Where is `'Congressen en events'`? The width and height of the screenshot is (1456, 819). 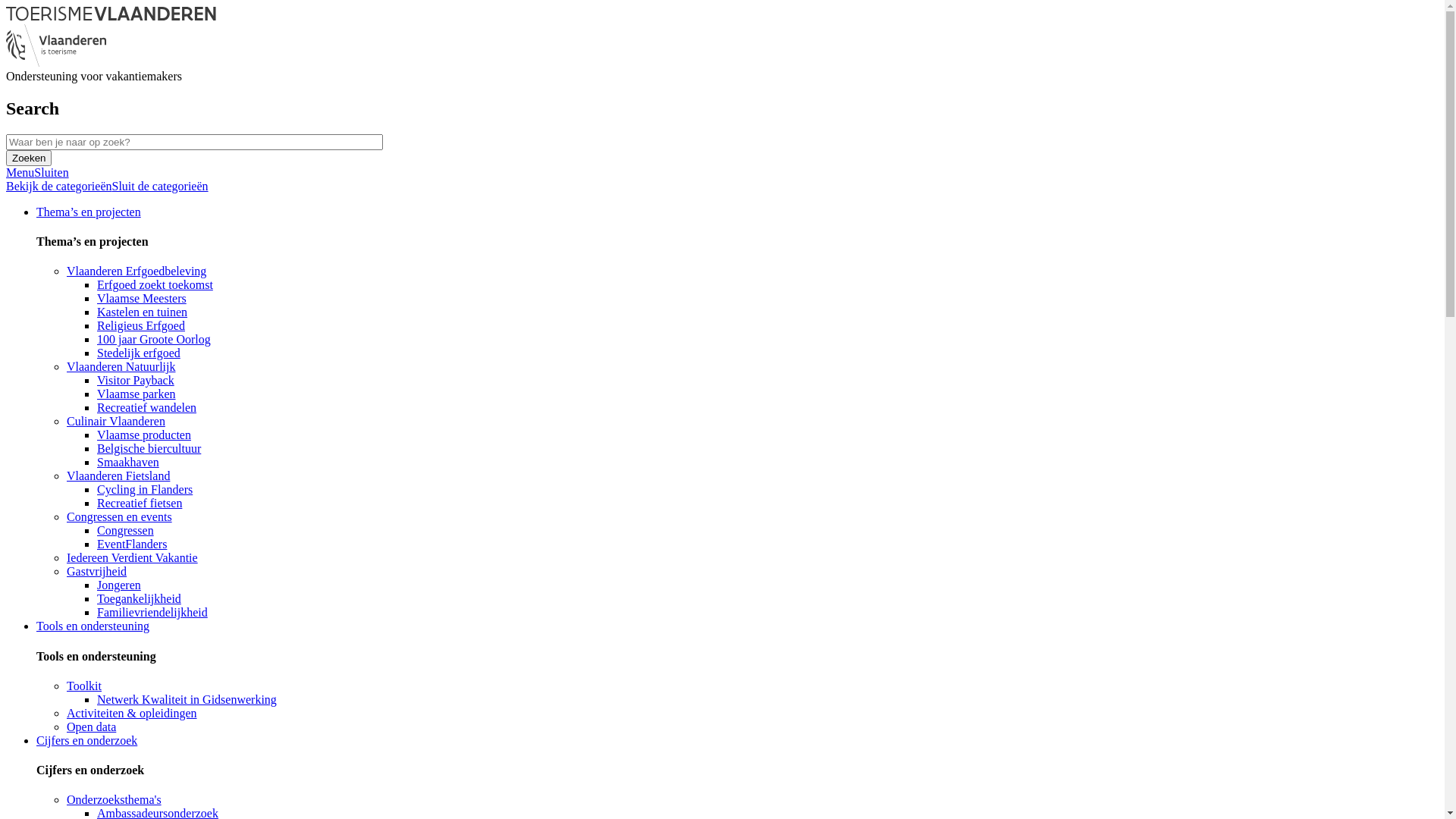
'Congressen en events' is located at coordinates (118, 516).